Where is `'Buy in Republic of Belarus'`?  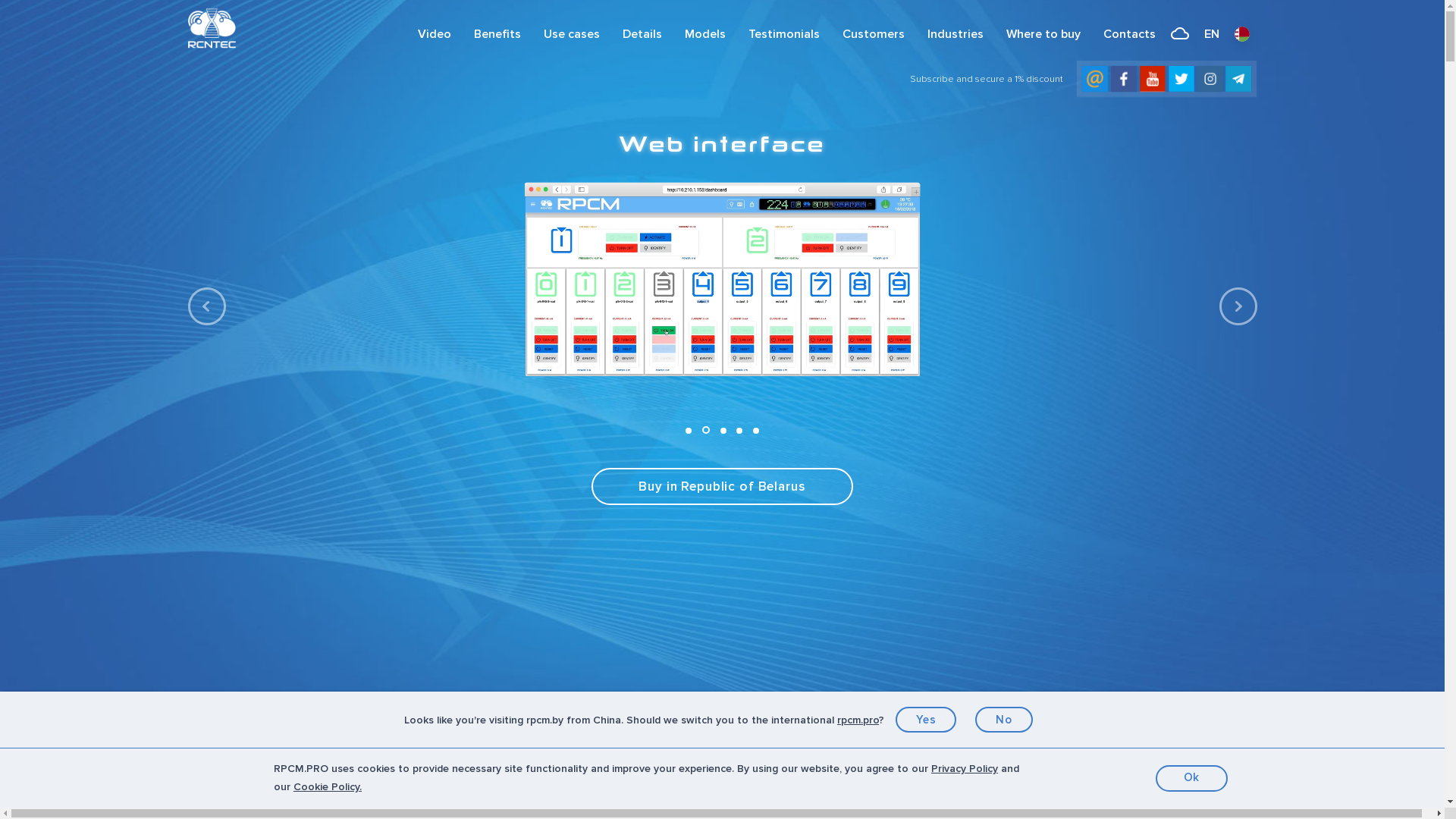 'Buy in Republic of Belarus' is located at coordinates (720, 486).